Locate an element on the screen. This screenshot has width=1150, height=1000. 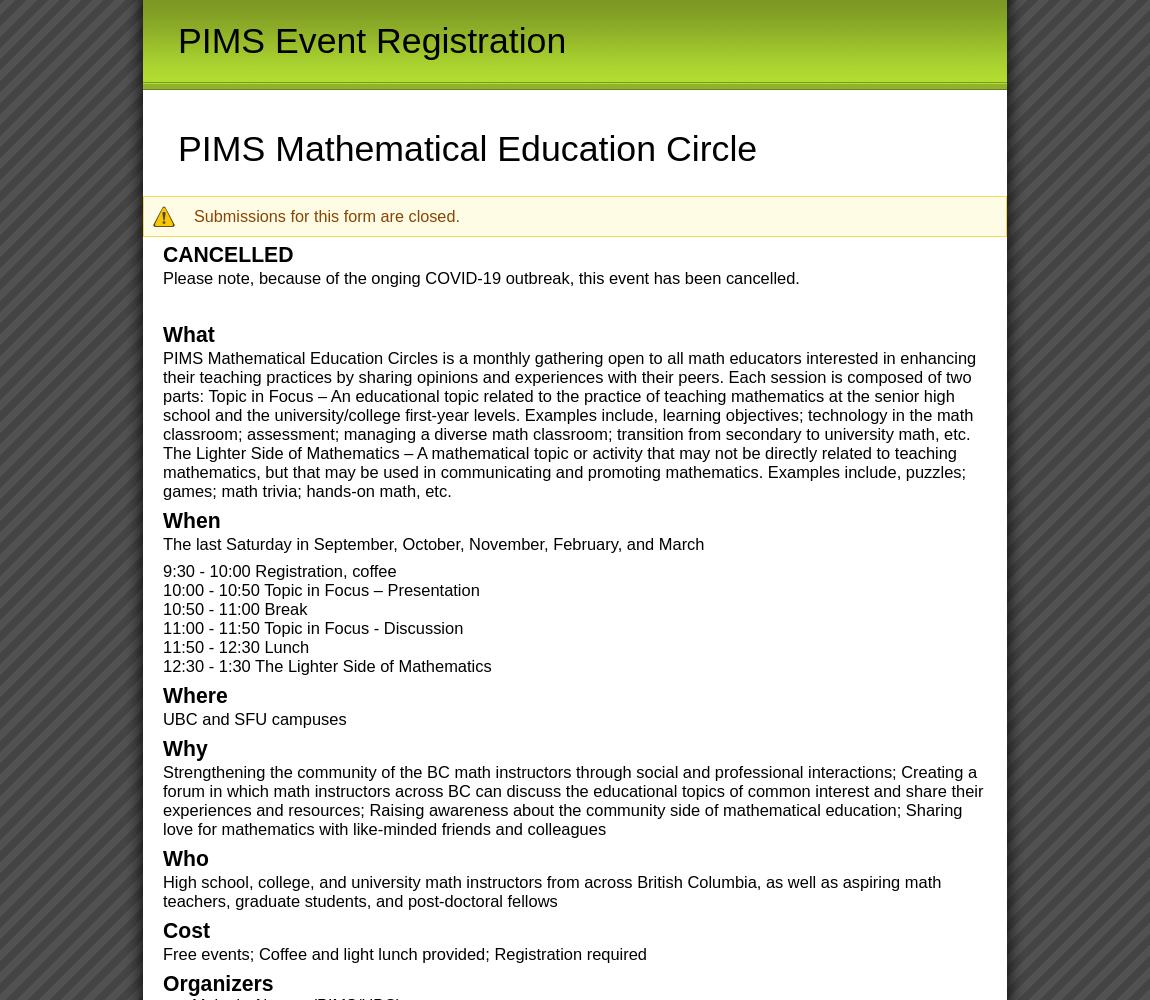
'Who' is located at coordinates (161, 857).